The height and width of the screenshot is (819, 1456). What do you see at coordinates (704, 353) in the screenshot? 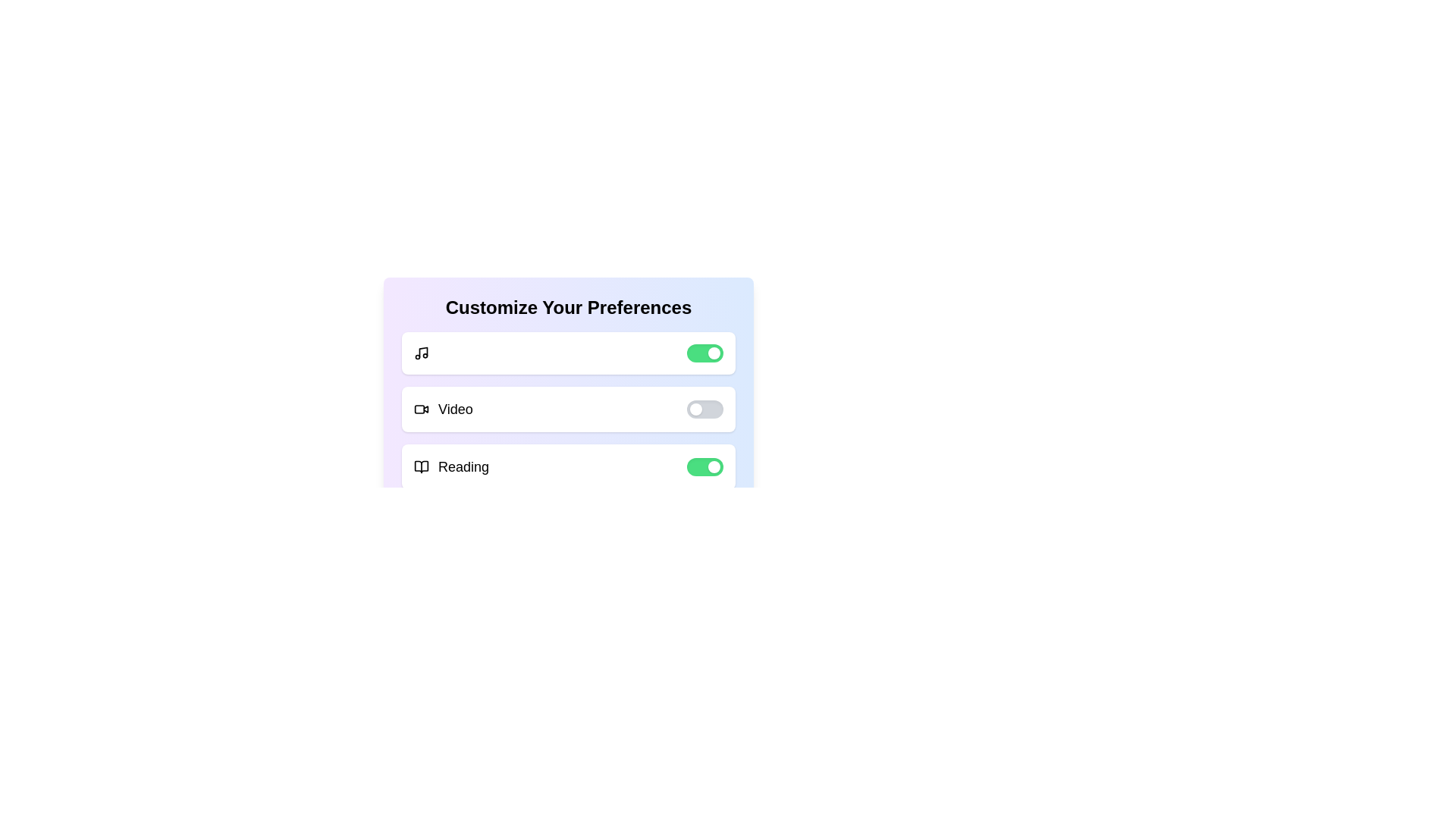
I see `the toggle switch associated with the Music option` at bounding box center [704, 353].